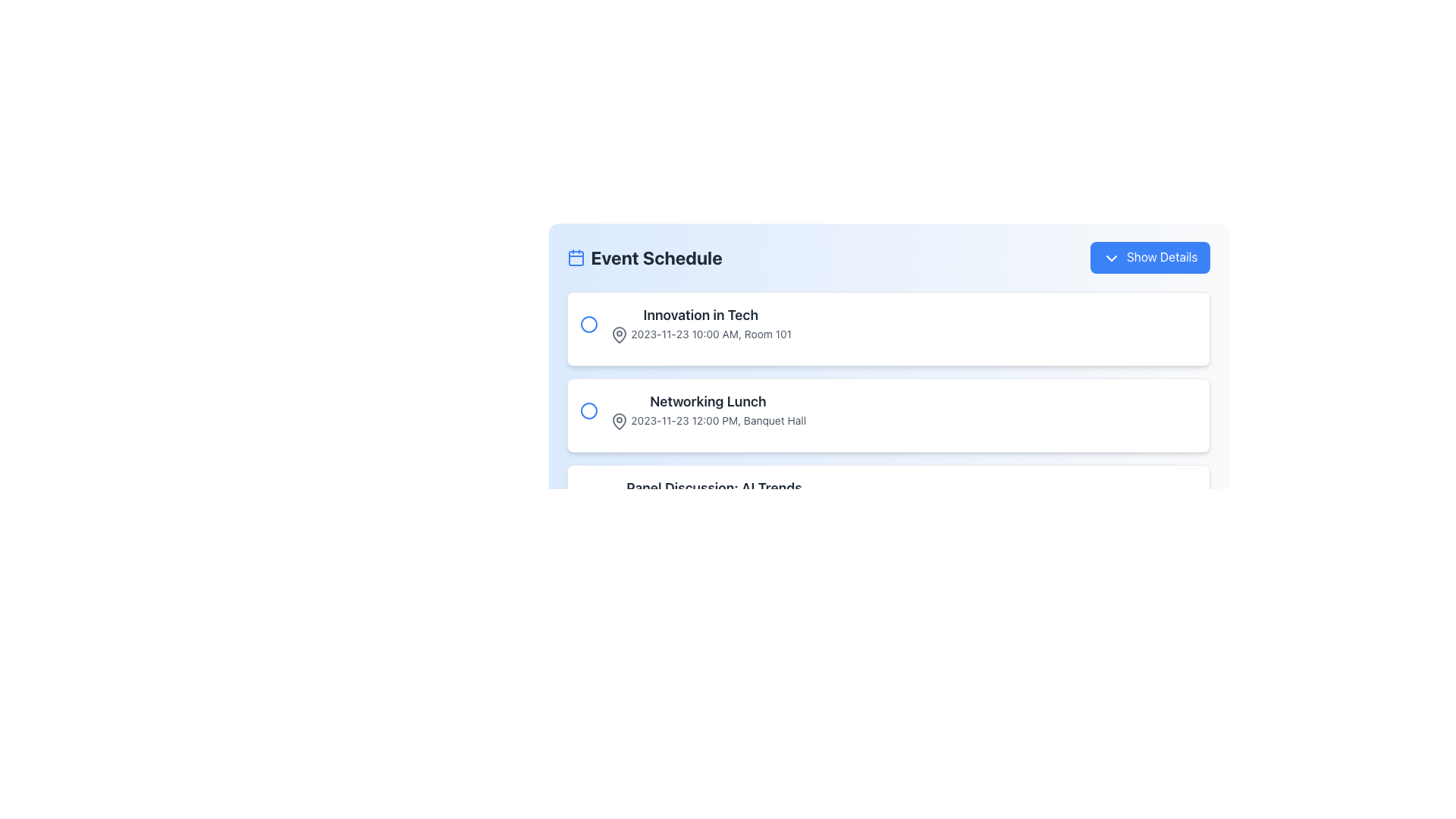  Describe the element at coordinates (588, 497) in the screenshot. I see `the circular element with a blue border that indicates selection or status, located to the left of the event title in the third visible event entry` at that location.